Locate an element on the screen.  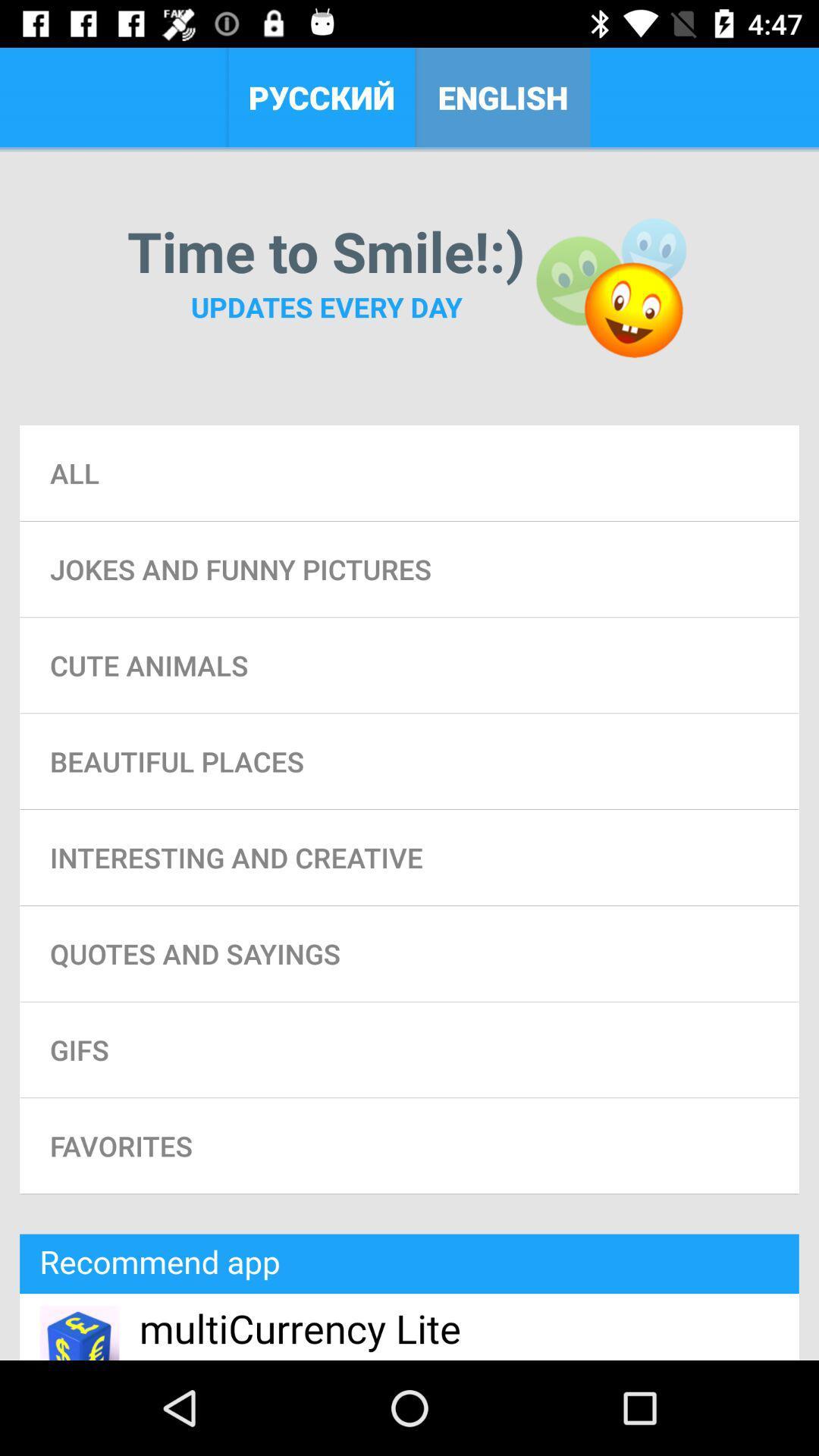
jokes and funny is located at coordinates (409, 568).